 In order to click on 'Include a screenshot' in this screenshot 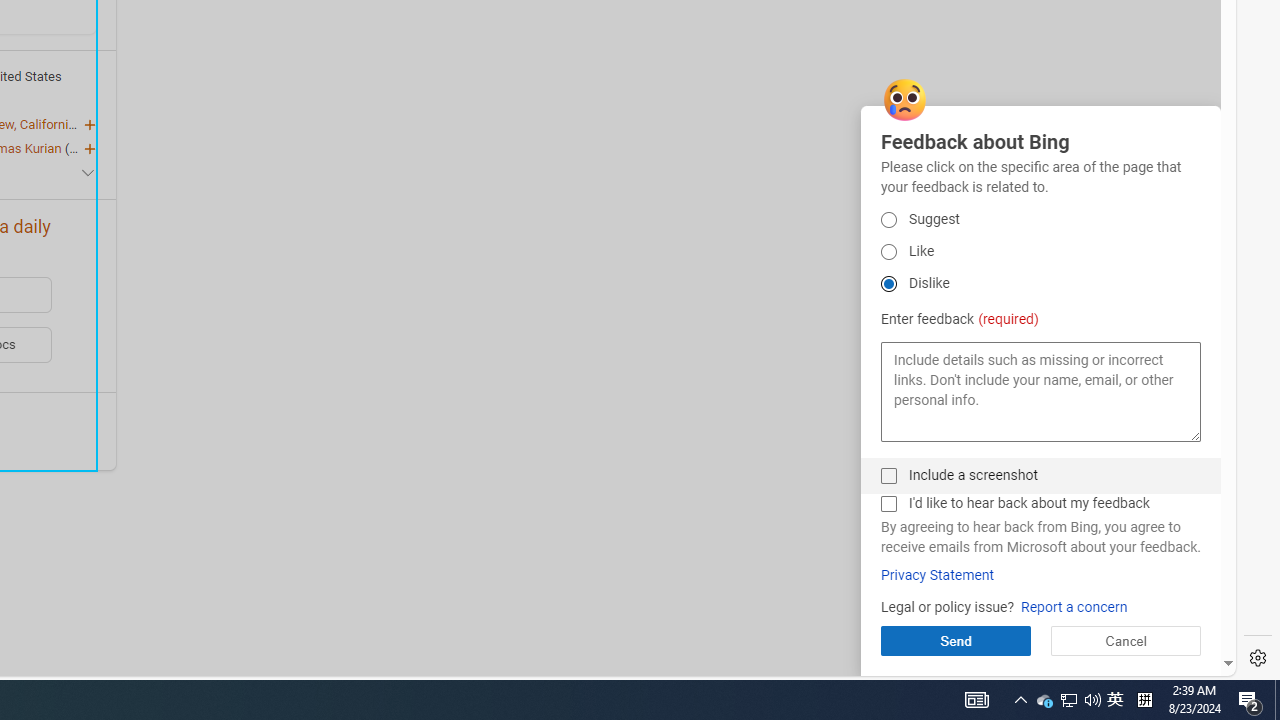, I will do `click(887, 475)`.